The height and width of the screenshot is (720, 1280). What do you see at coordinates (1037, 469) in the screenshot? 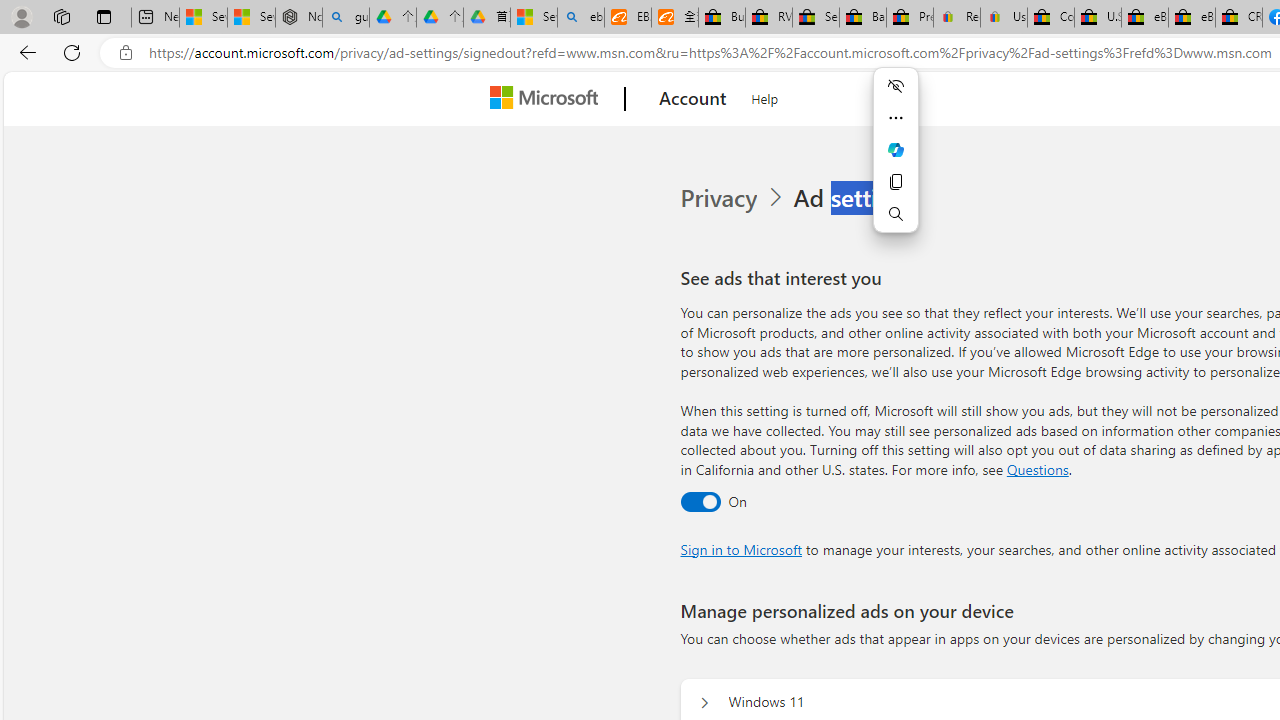
I see `'Go to Questions section'` at bounding box center [1037, 469].